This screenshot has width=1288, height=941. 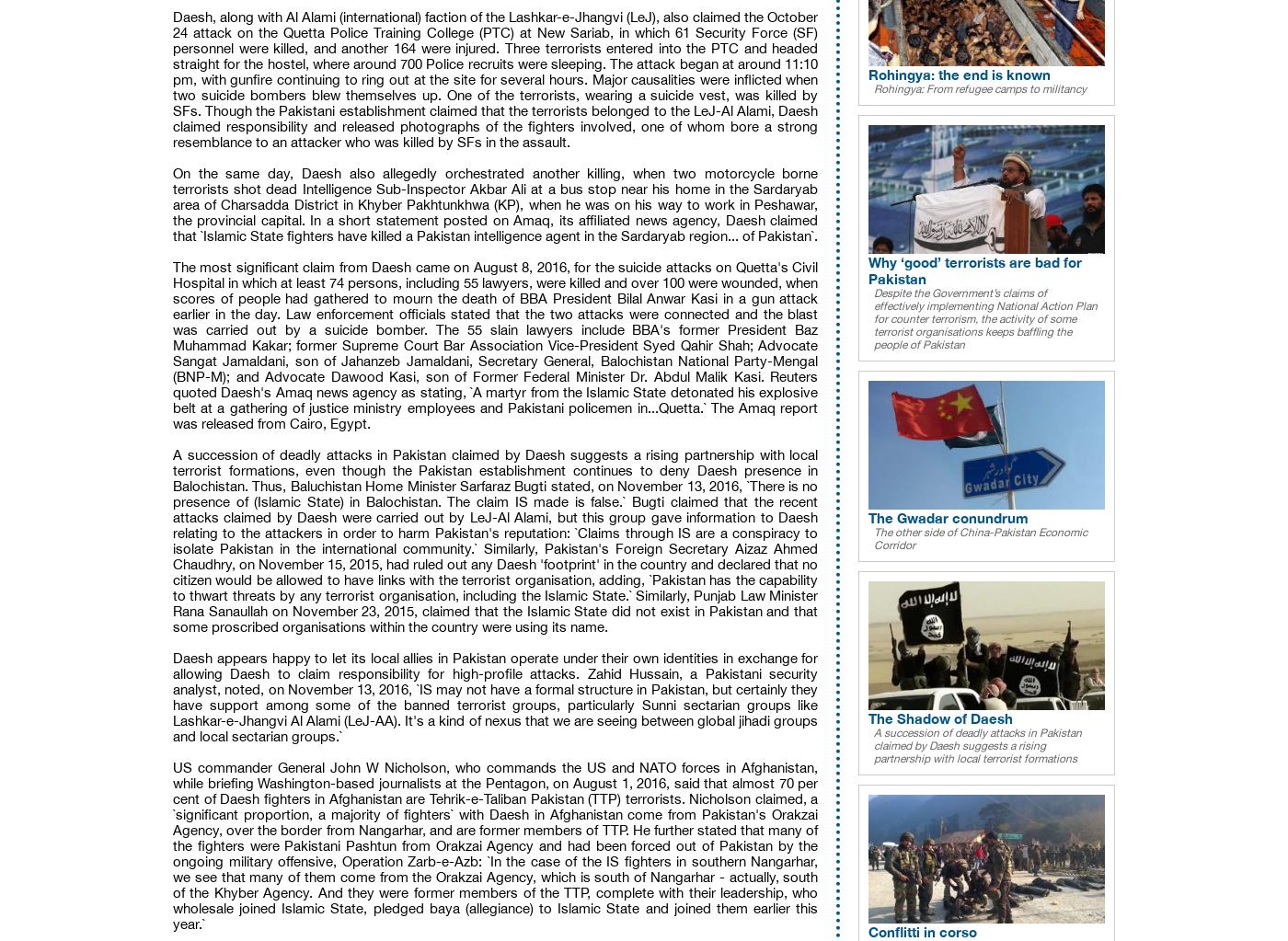 What do you see at coordinates (495, 203) in the screenshot?
I see `'On the same day, Daesh also allegedly orchestrated another killing, when two motorcycle borne terrorists shot dead Intelligence Sub-Inspector Akbar Ali at a bus stop near his home in the Sardaryab area of Charsadda District in Khyber Pakhtunkhwa (KP), when he was on his way to work in Peshawar, the provincial capital. In a short statement posted on Amaq, its affiliated news agency, Daesh claimed that `Islamic State fighters have killed a Pakistan intelligence agent in the Sardaryab region... of Pakistan`.'` at bounding box center [495, 203].